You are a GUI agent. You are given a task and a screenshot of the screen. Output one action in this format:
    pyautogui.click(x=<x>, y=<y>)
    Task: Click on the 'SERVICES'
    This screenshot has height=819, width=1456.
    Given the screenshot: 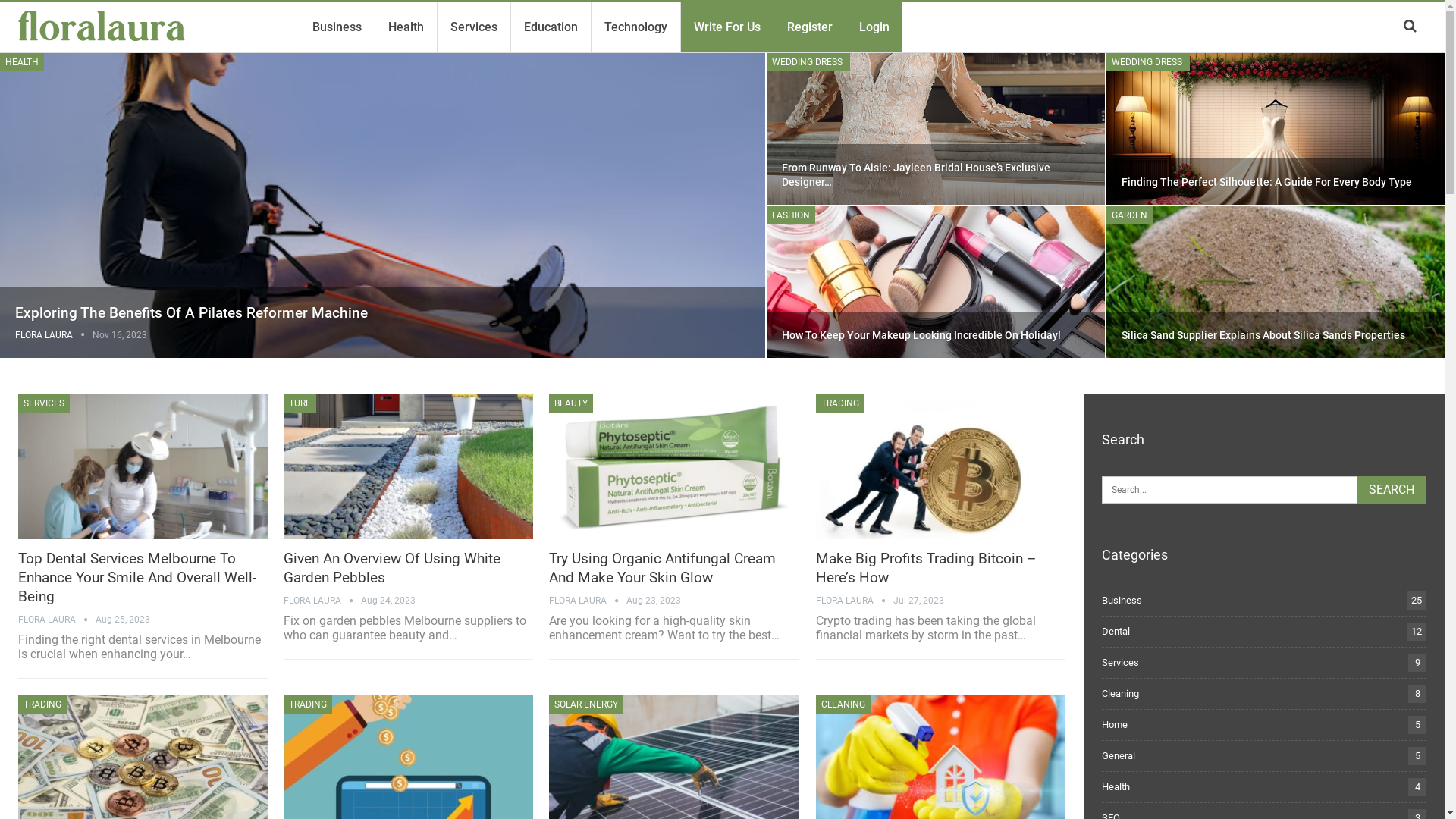 What is the action you would take?
    pyautogui.click(x=43, y=403)
    